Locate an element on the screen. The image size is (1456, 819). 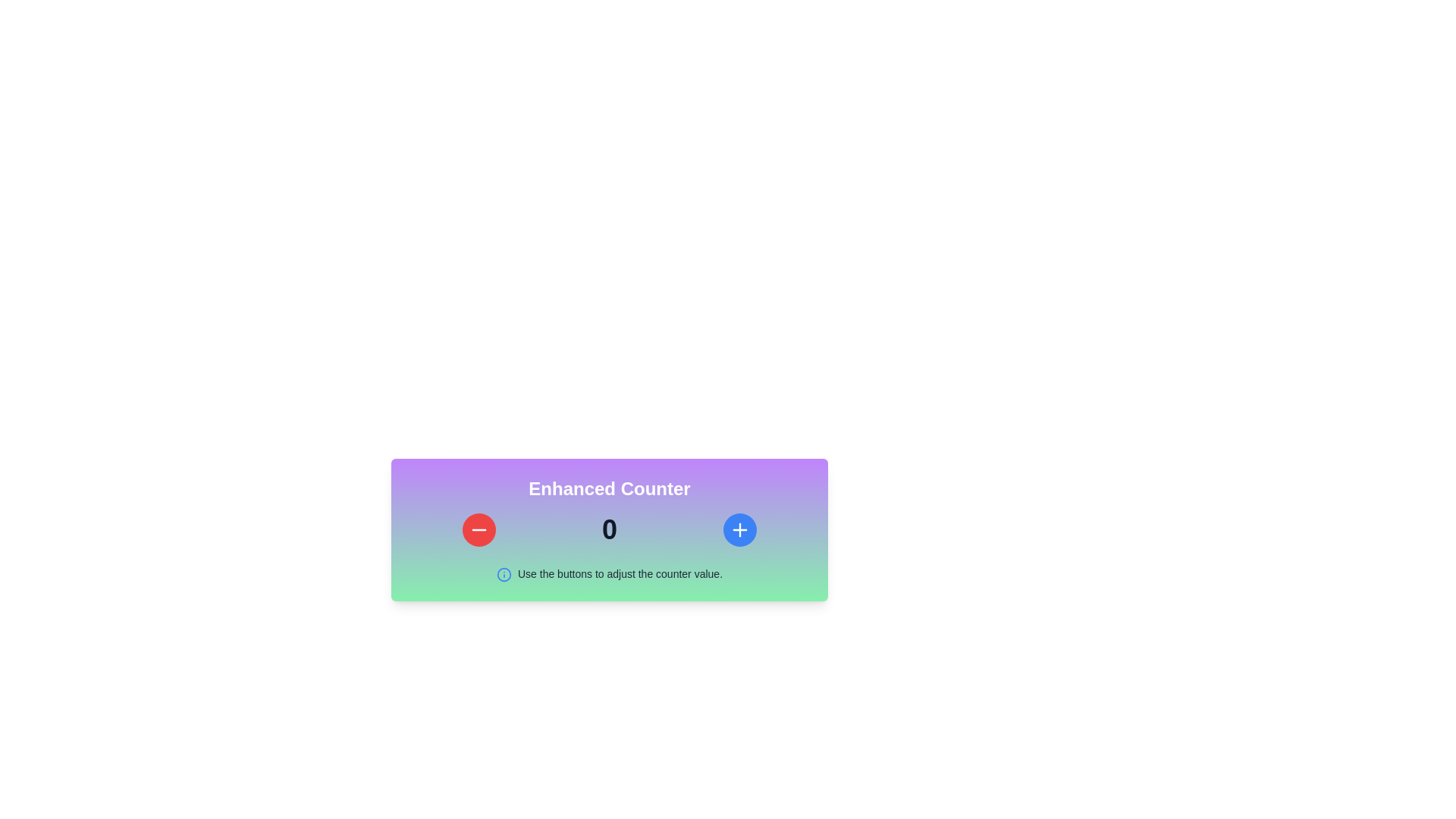
the Text label that displays the current value of the counter, located between the decrement and increment buttons, beneath the header 'Enhanced Counter' is located at coordinates (610, 529).